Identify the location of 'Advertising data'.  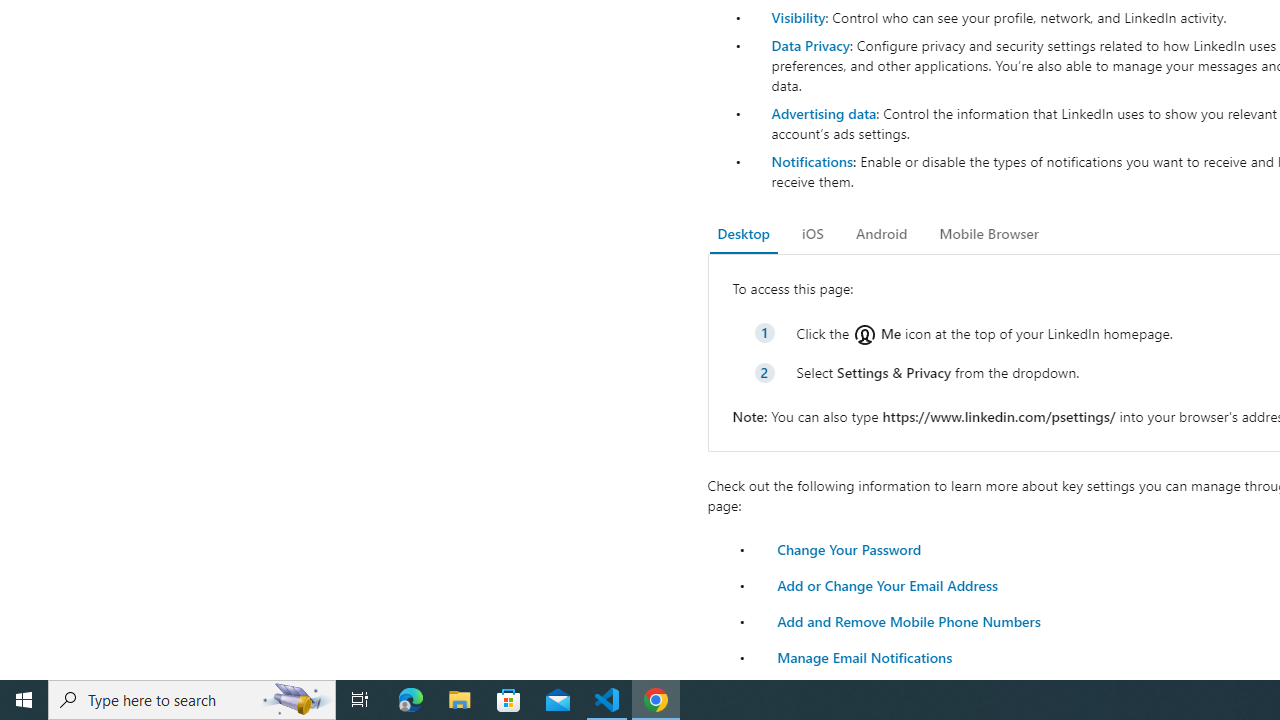
(823, 113).